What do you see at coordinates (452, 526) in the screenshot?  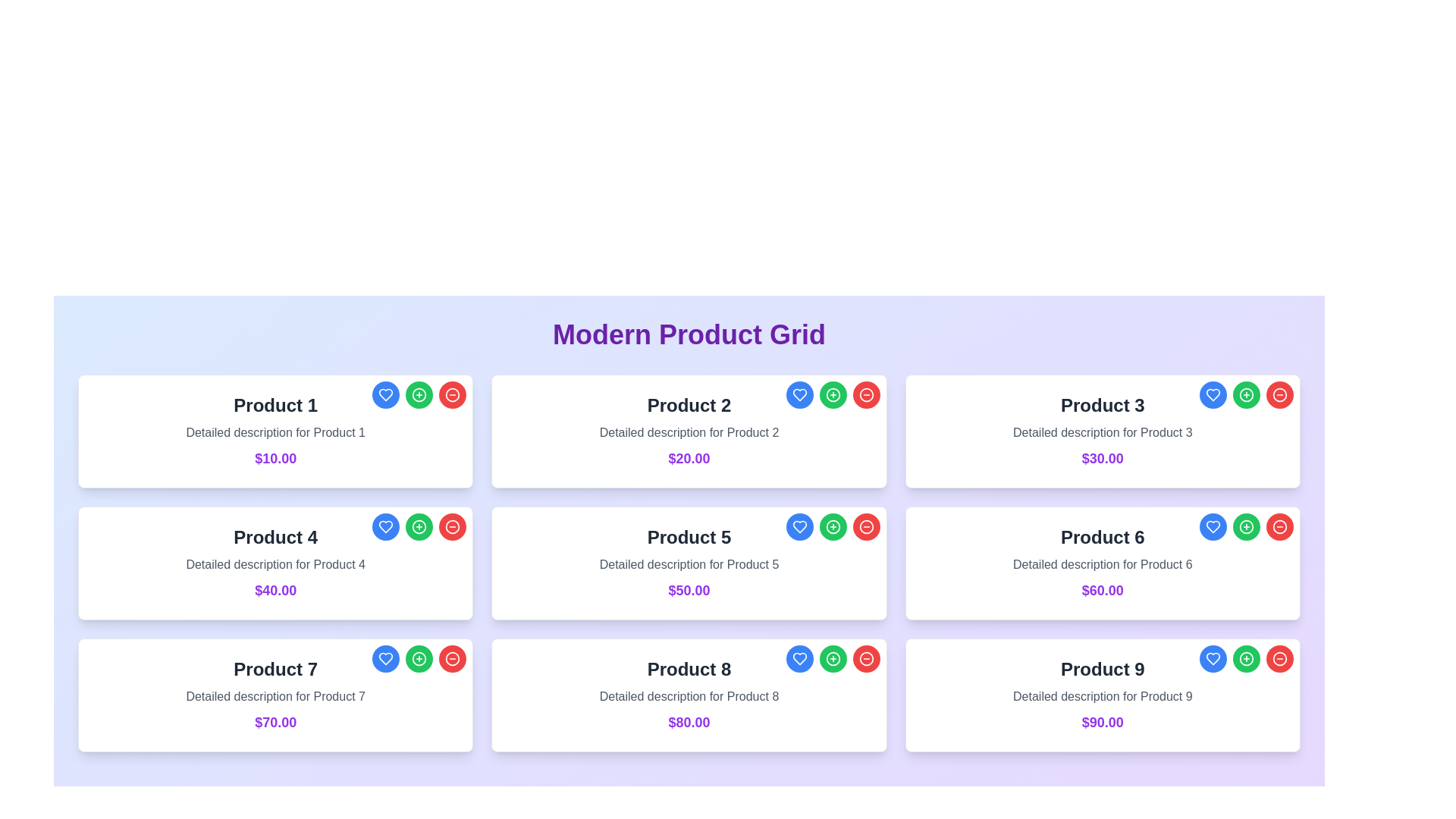 I see `the circular component of the 'remove' icon located in the top-right corner of the product card` at bounding box center [452, 526].